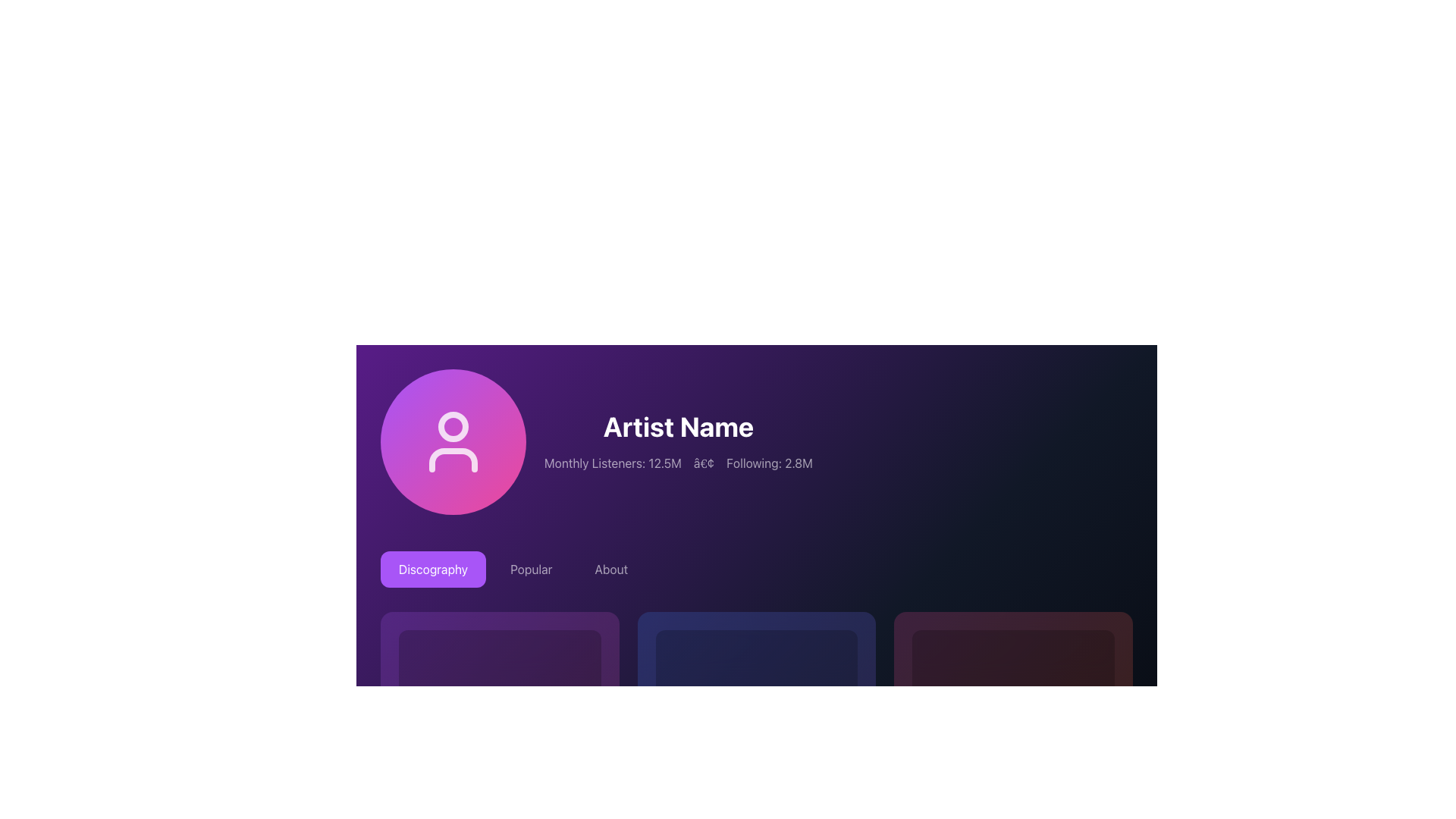 This screenshot has width=1456, height=819. What do you see at coordinates (453, 427) in the screenshot?
I see `the circular graphical element that resembles a user profile icon, which is located to the left of the text 'Artist Name'` at bounding box center [453, 427].